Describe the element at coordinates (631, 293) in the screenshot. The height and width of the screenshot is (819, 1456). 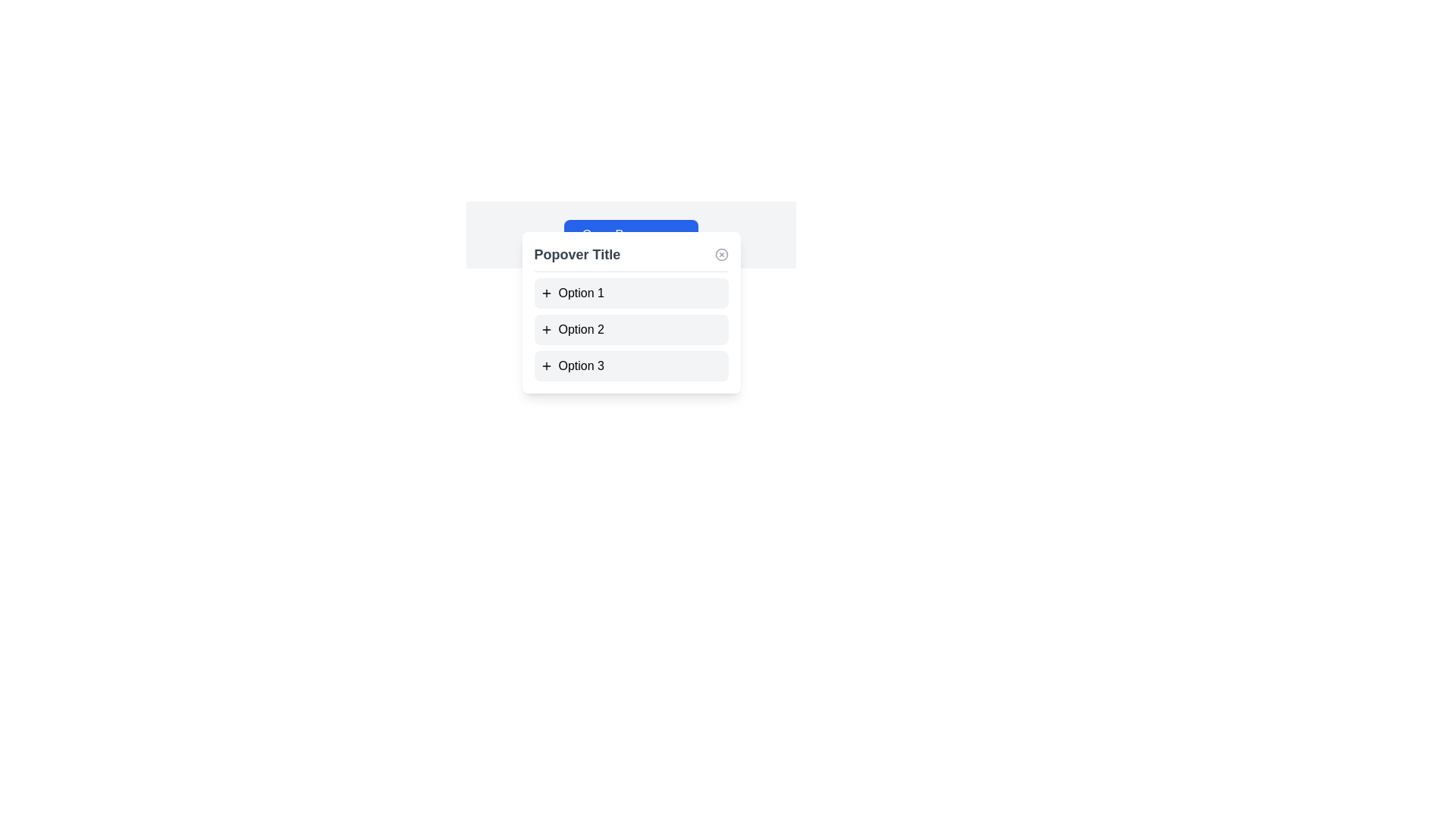
I see `the first selectable option button in the popover, located directly beneath 'Popover Title'` at that location.